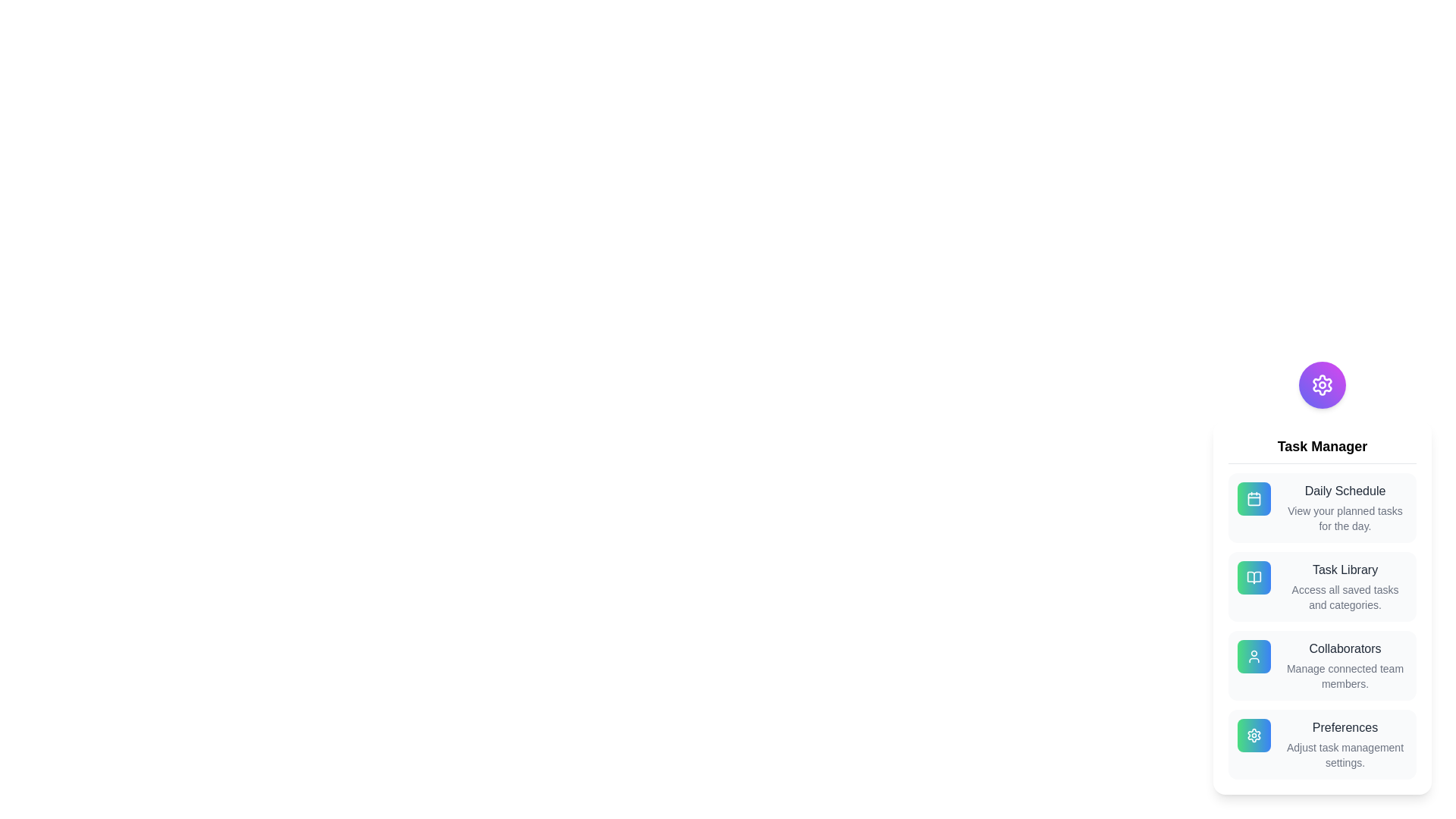 The width and height of the screenshot is (1456, 819). Describe the element at coordinates (1321, 665) in the screenshot. I see `the 'Collaborators' option to manage team members` at that location.